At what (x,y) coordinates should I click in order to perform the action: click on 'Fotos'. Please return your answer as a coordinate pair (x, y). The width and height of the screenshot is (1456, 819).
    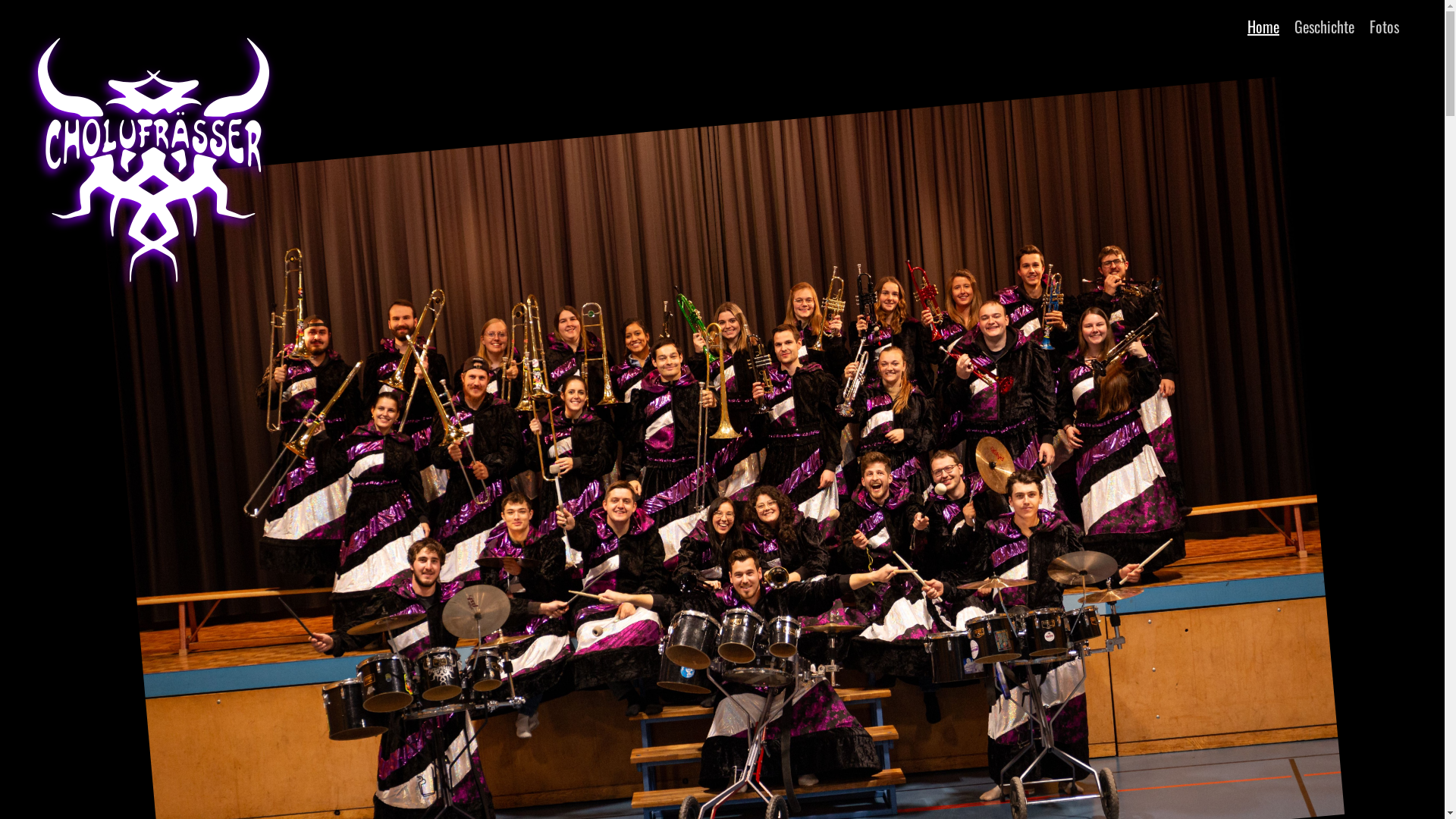
    Looking at the image, I should click on (1369, 26).